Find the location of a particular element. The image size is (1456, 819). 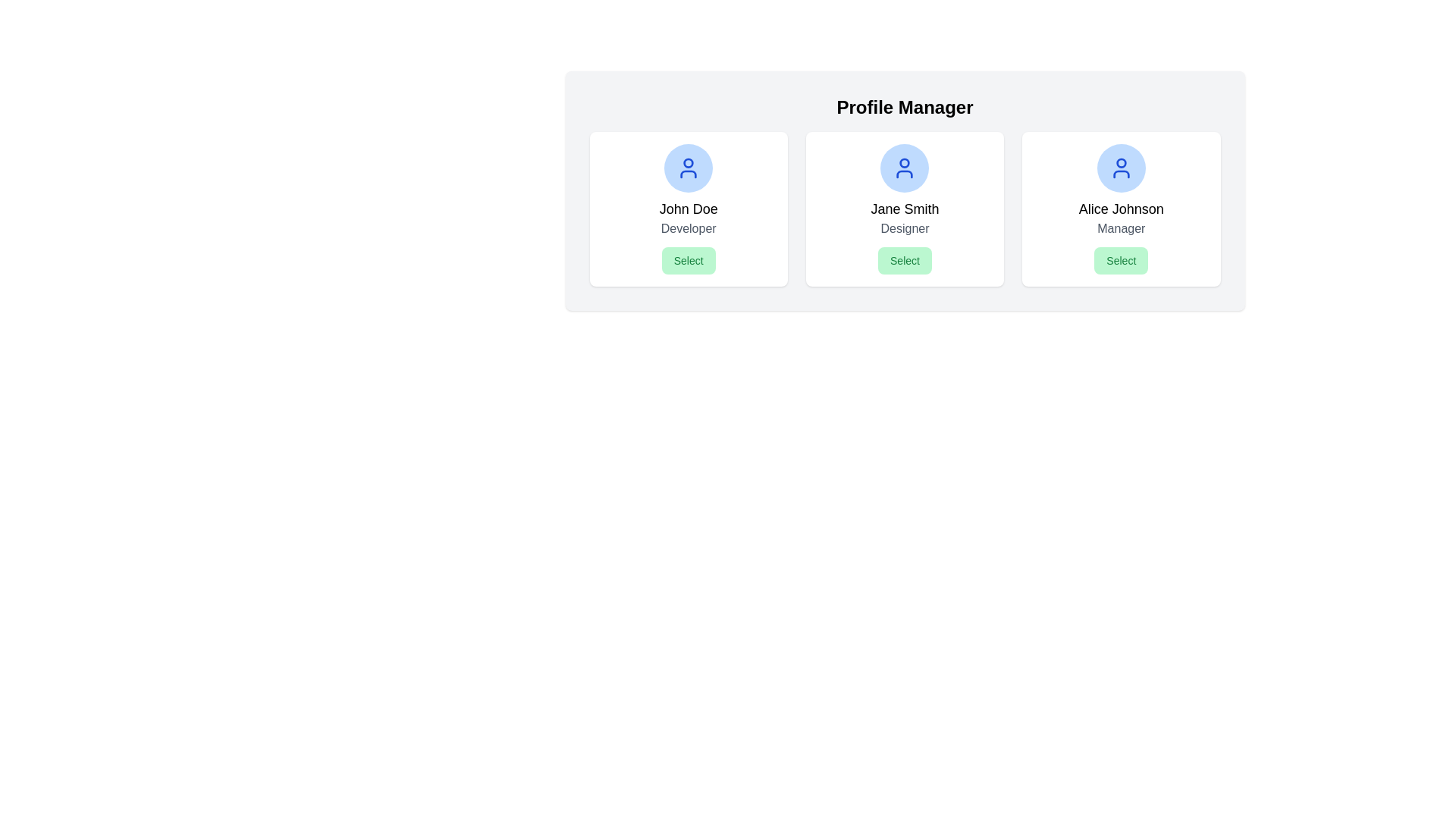

displayed name from the text label located in the upper-middle of the first card, which is identified by its unique position relative to the user icon above it and the 'Developer' descriptor below it is located at coordinates (688, 209).